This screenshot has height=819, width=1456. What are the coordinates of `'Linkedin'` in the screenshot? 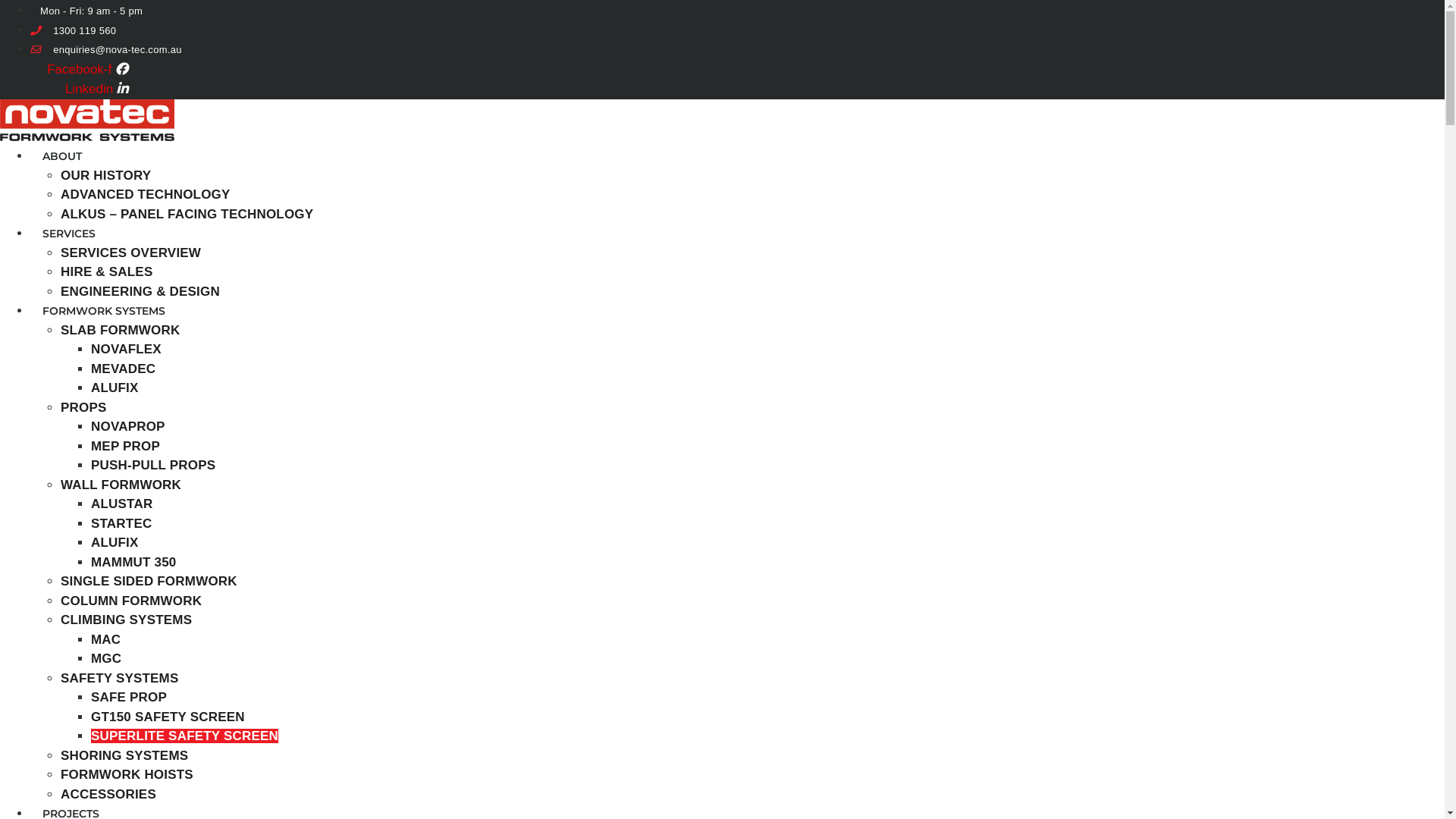 It's located at (96, 89).